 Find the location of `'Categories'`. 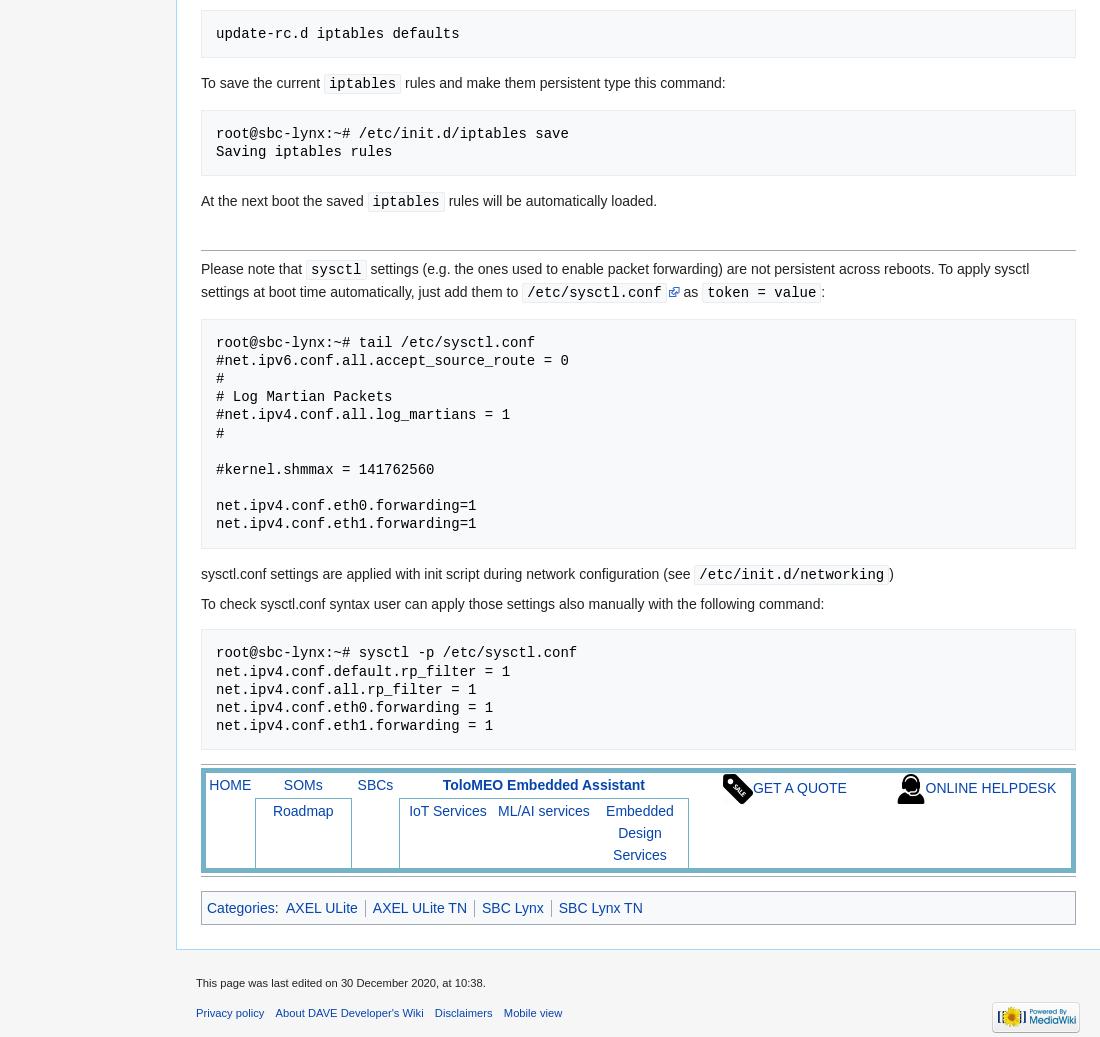

'Categories' is located at coordinates (240, 906).